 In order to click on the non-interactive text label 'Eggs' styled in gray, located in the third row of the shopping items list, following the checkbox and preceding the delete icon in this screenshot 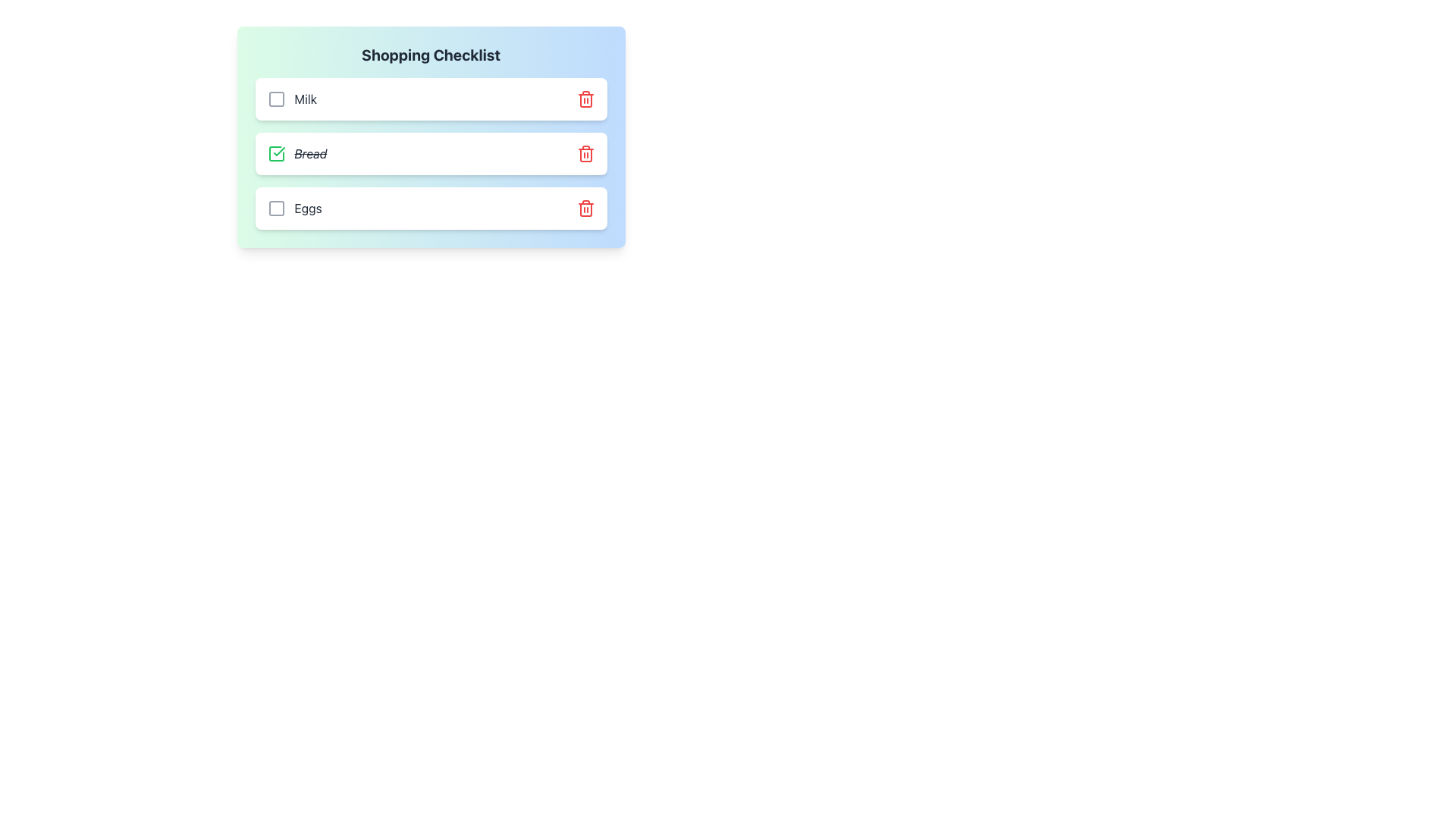, I will do `click(307, 208)`.